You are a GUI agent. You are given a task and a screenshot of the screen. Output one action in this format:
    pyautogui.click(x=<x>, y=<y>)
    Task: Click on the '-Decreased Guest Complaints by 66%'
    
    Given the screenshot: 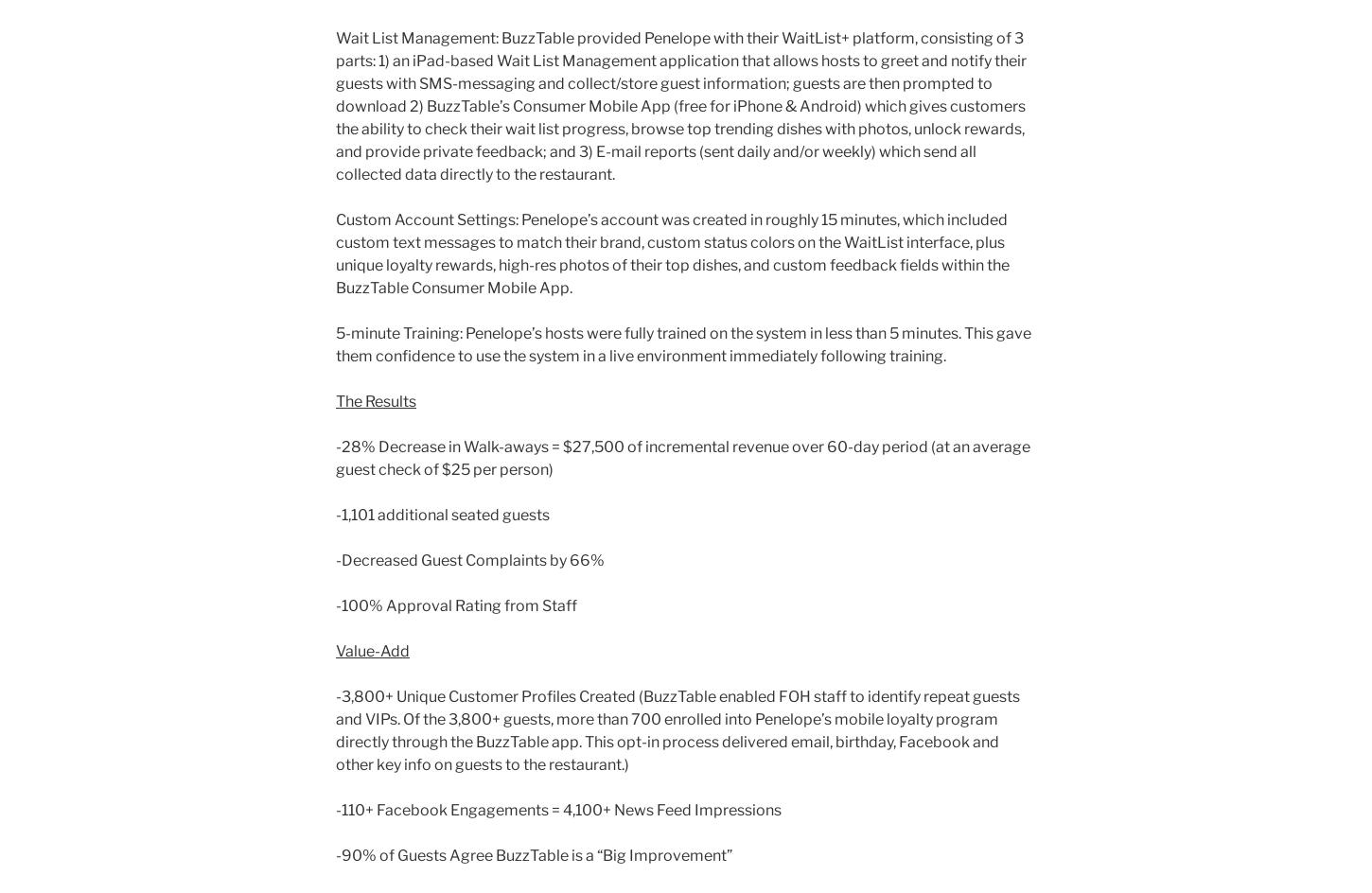 What is the action you would take?
    pyautogui.click(x=470, y=560)
    